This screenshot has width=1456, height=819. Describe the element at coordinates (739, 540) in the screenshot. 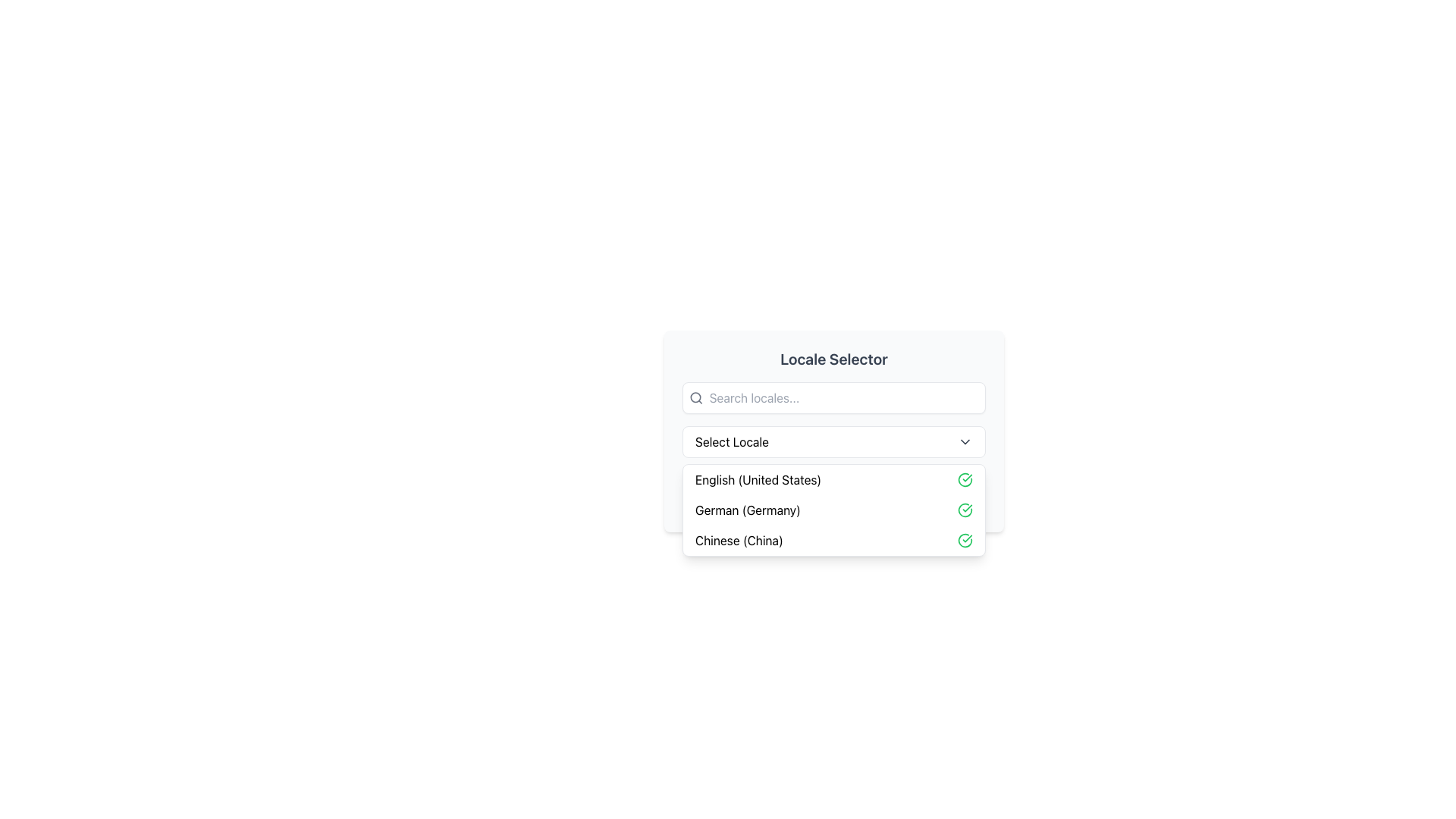

I see `the 'Chinese (China)' language option in the dropdown list` at that location.